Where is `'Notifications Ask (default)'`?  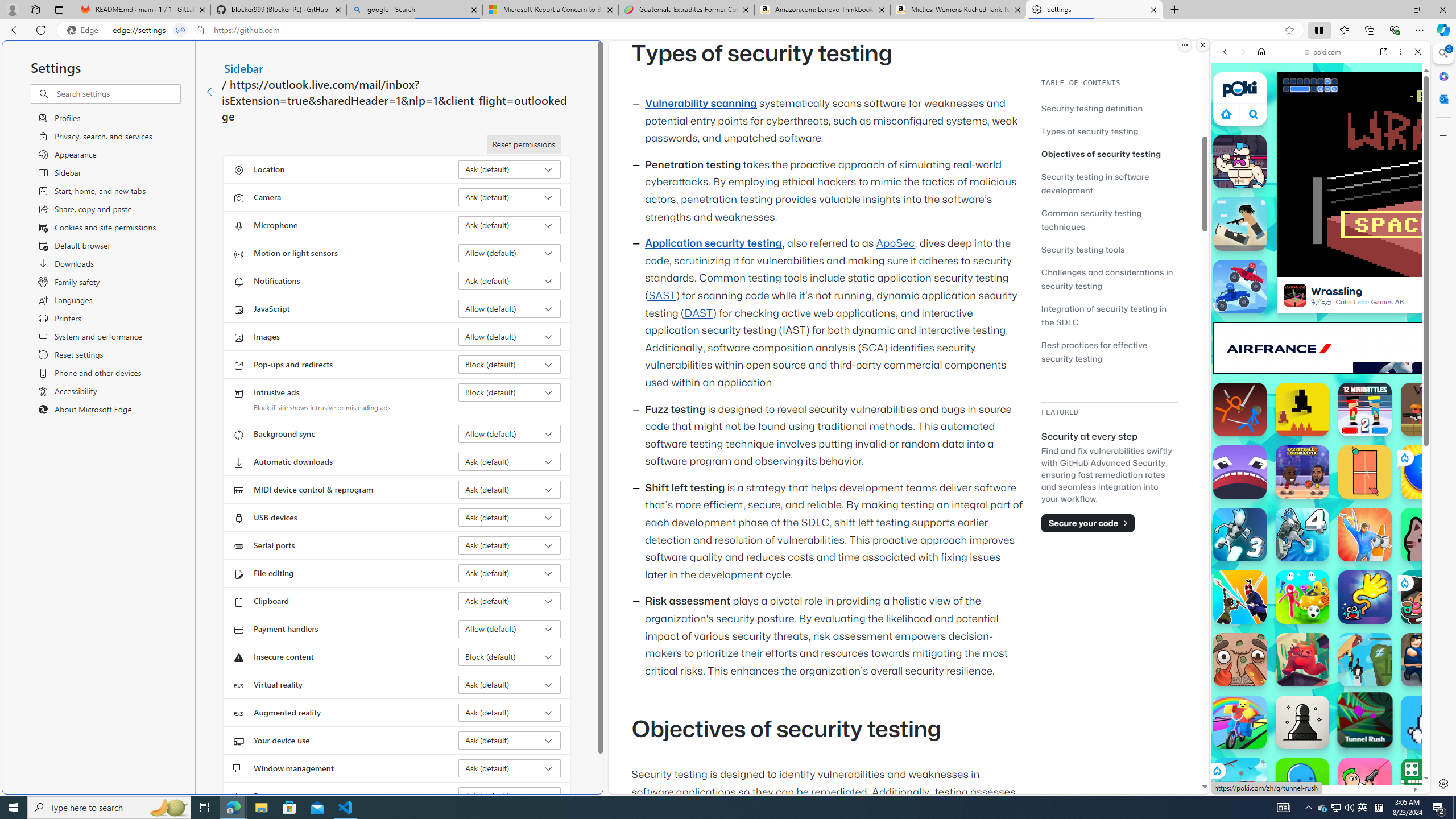 'Notifications Ask (default)' is located at coordinates (510, 280).